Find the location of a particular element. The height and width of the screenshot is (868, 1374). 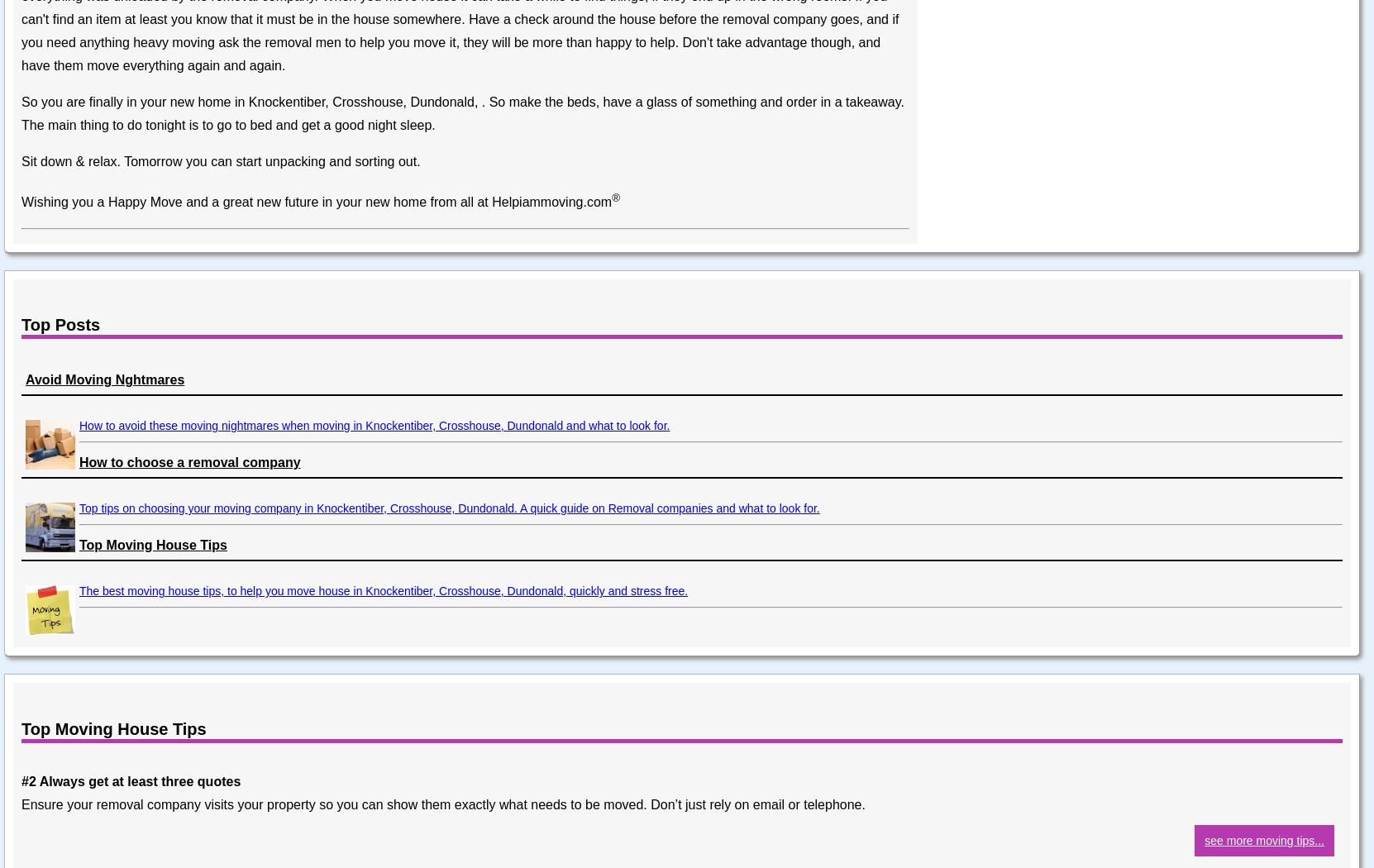

'Top Posts' is located at coordinates (60, 323).